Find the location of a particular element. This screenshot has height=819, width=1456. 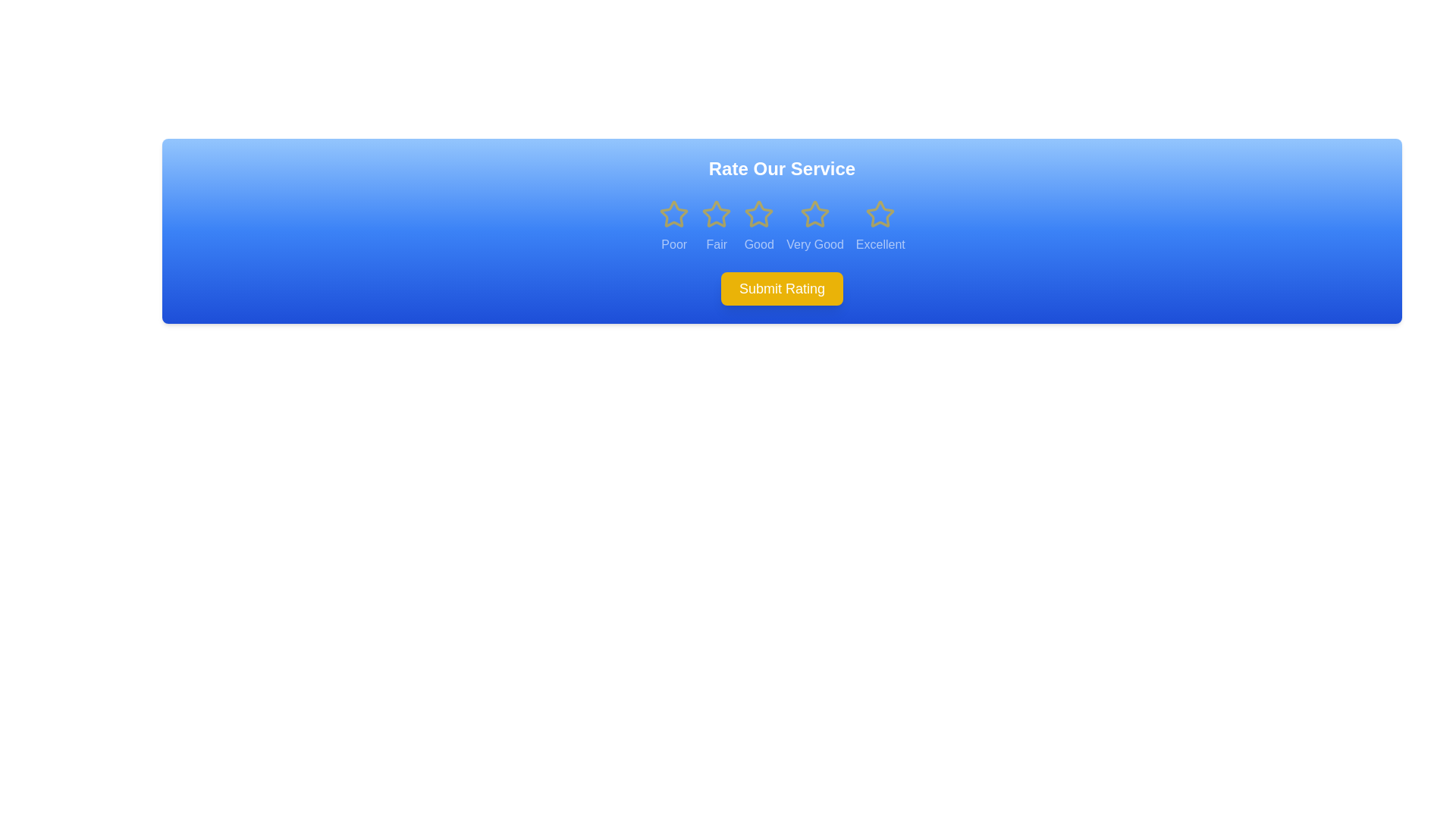

the yellow star icon for the 'Poor' rating option, which is the first in a row of five rating options under the 'Rate Our Service' title is located at coordinates (673, 227).